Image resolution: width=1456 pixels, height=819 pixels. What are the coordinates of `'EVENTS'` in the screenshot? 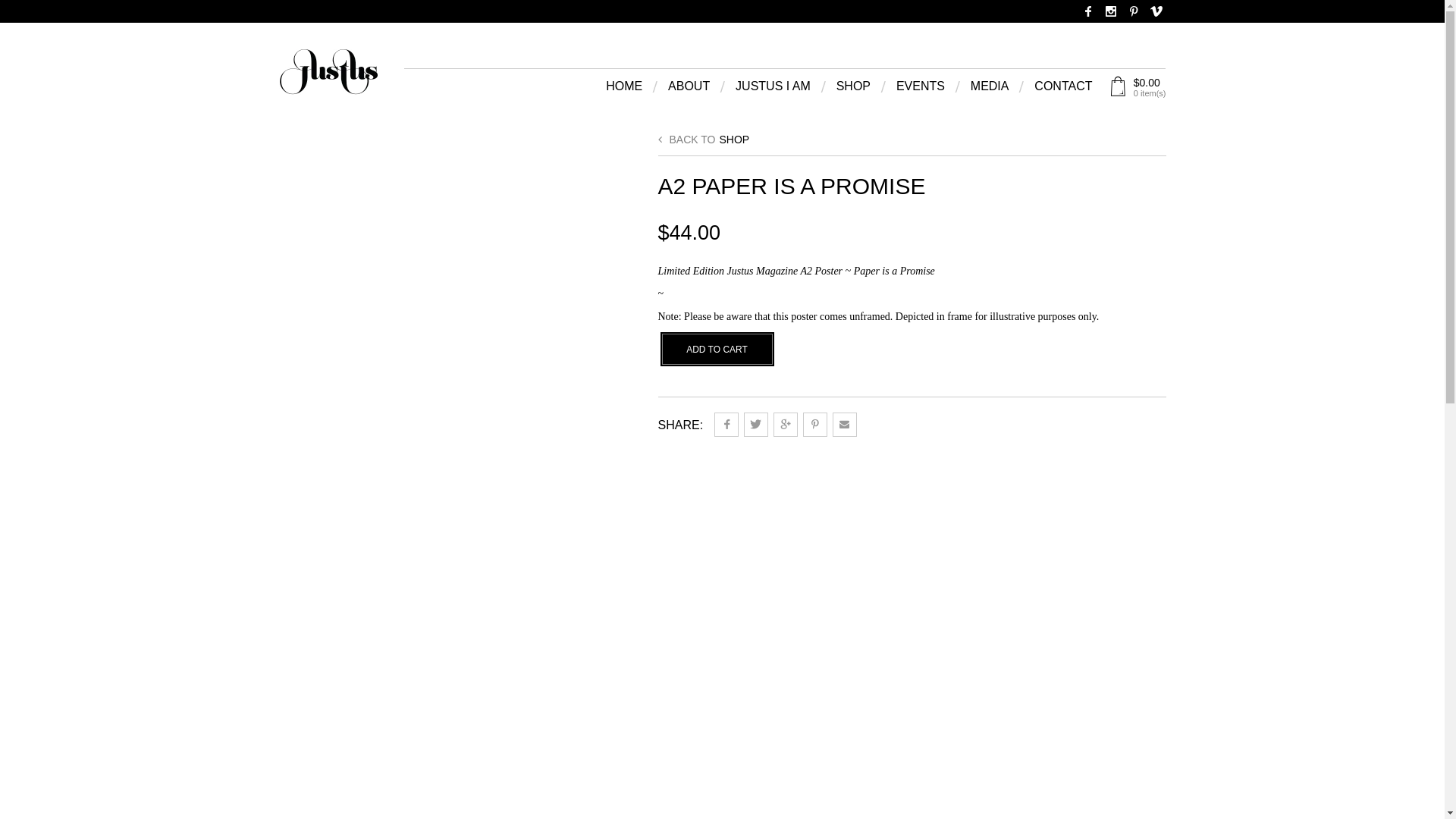 It's located at (896, 89).